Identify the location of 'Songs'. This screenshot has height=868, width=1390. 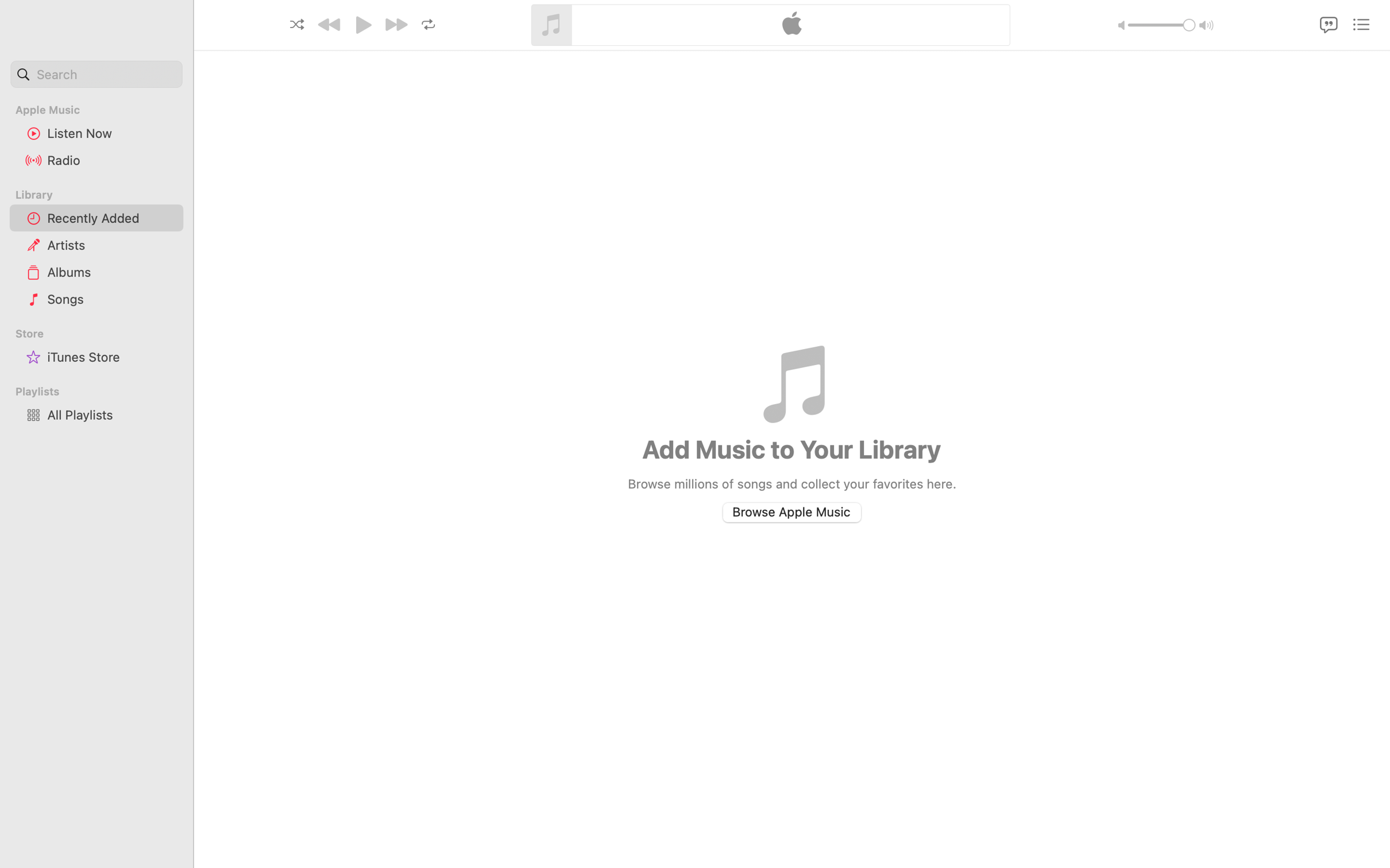
(110, 298).